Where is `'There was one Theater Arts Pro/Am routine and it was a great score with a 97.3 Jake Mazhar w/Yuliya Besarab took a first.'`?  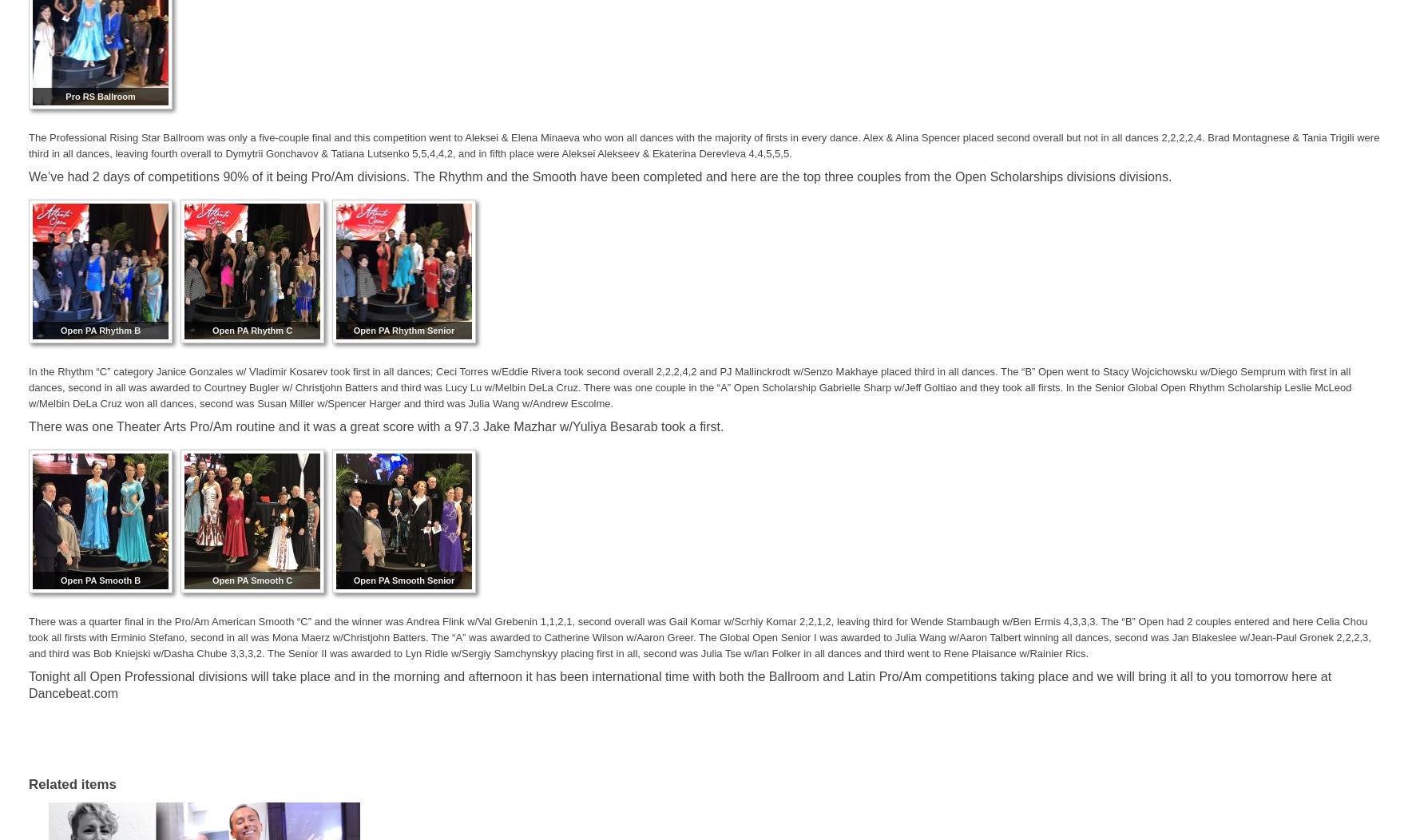
'There was one Theater Arts Pro/Am routine and it was a great score with a 97.3 Jake Mazhar w/Yuliya Besarab took a first.' is located at coordinates (375, 426).